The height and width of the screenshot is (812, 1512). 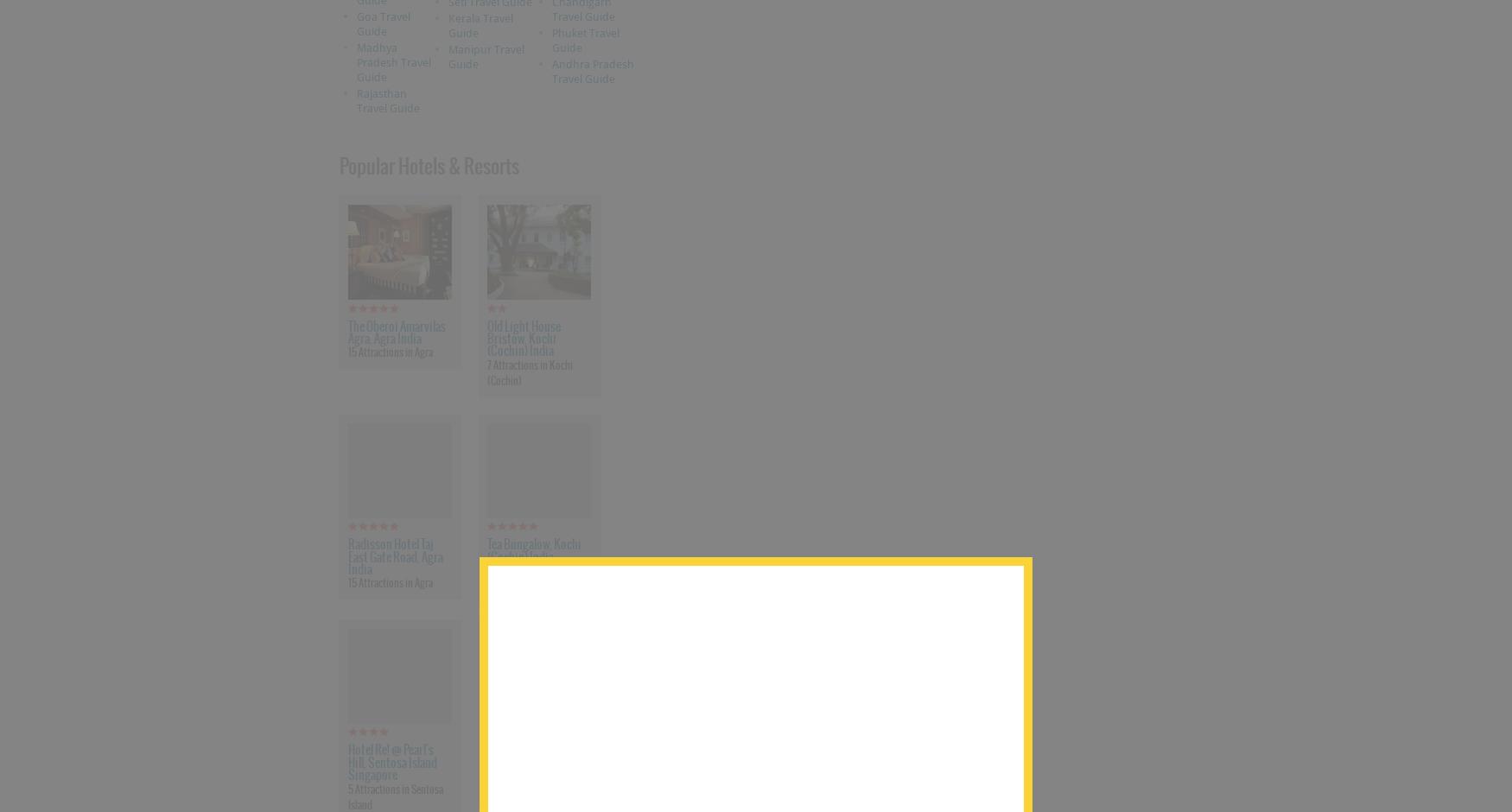 I want to click on 'Madhya Pradesh Travel Guide', so click(x=354, y=60).